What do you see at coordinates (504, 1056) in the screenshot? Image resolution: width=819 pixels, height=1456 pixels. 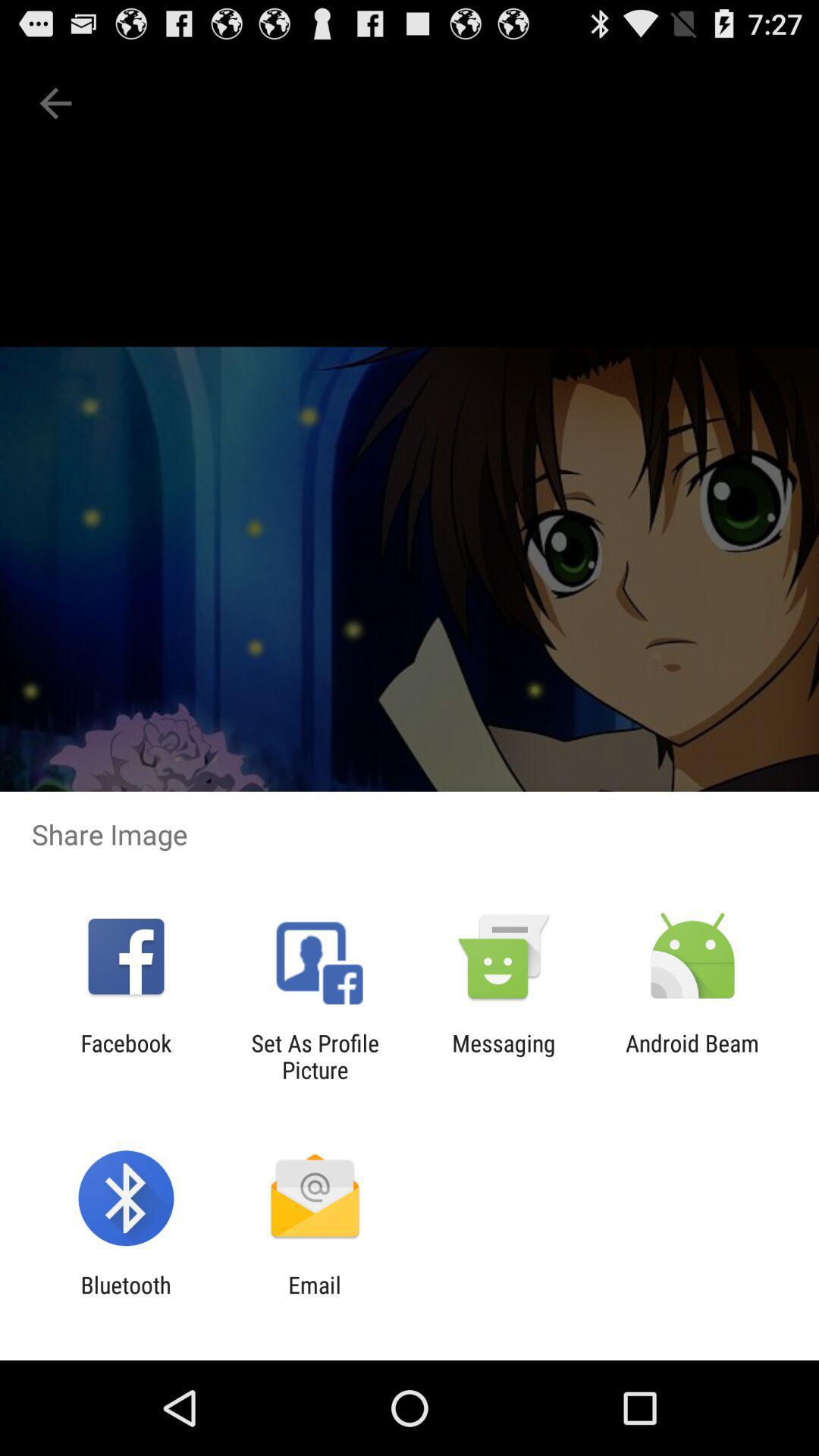 I see `the icon next to the android beam app` at bounding box center [504, 1056].